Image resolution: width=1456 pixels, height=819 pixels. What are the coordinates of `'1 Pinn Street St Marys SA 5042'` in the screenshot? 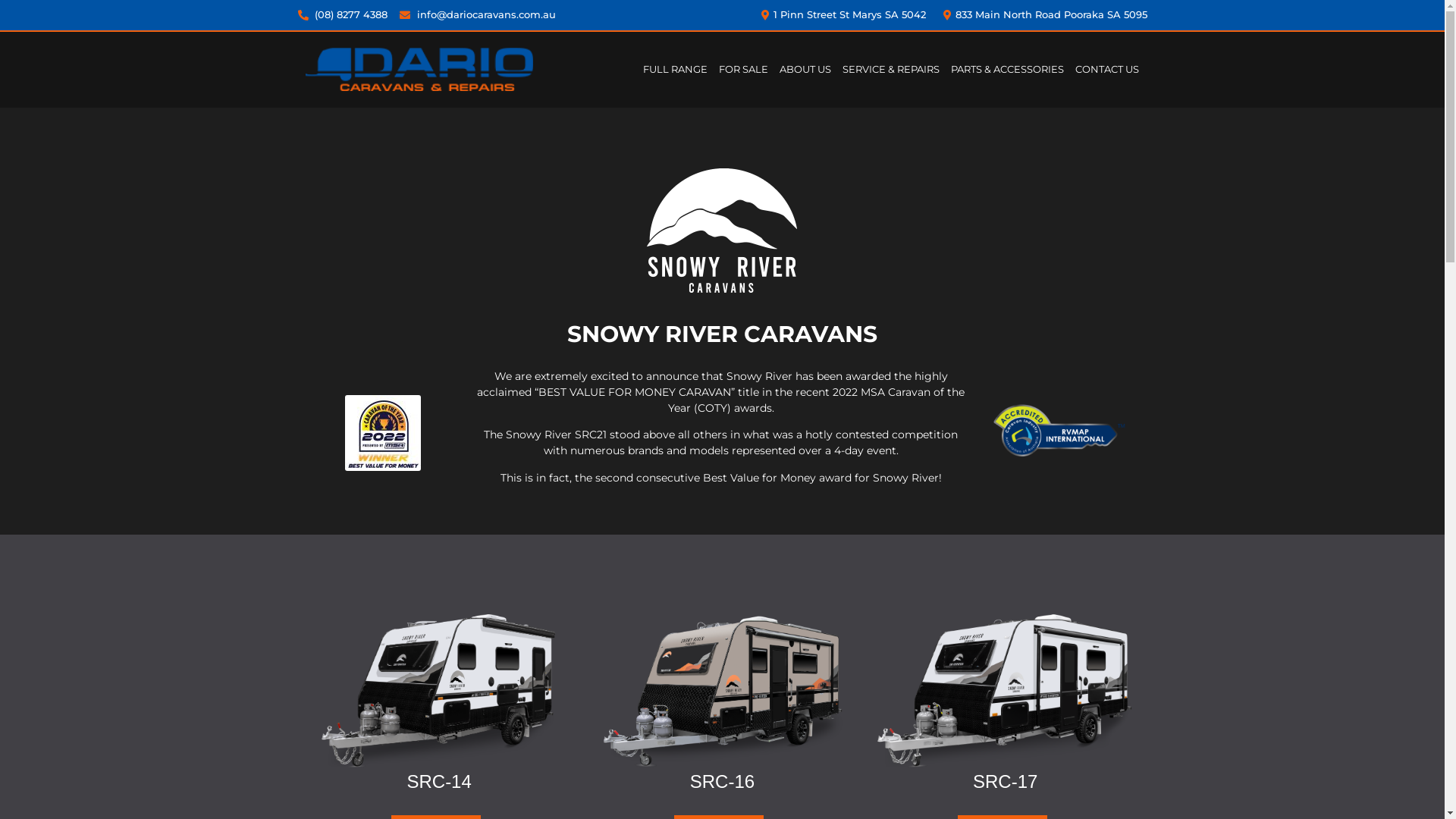 It's located at (840, 14).